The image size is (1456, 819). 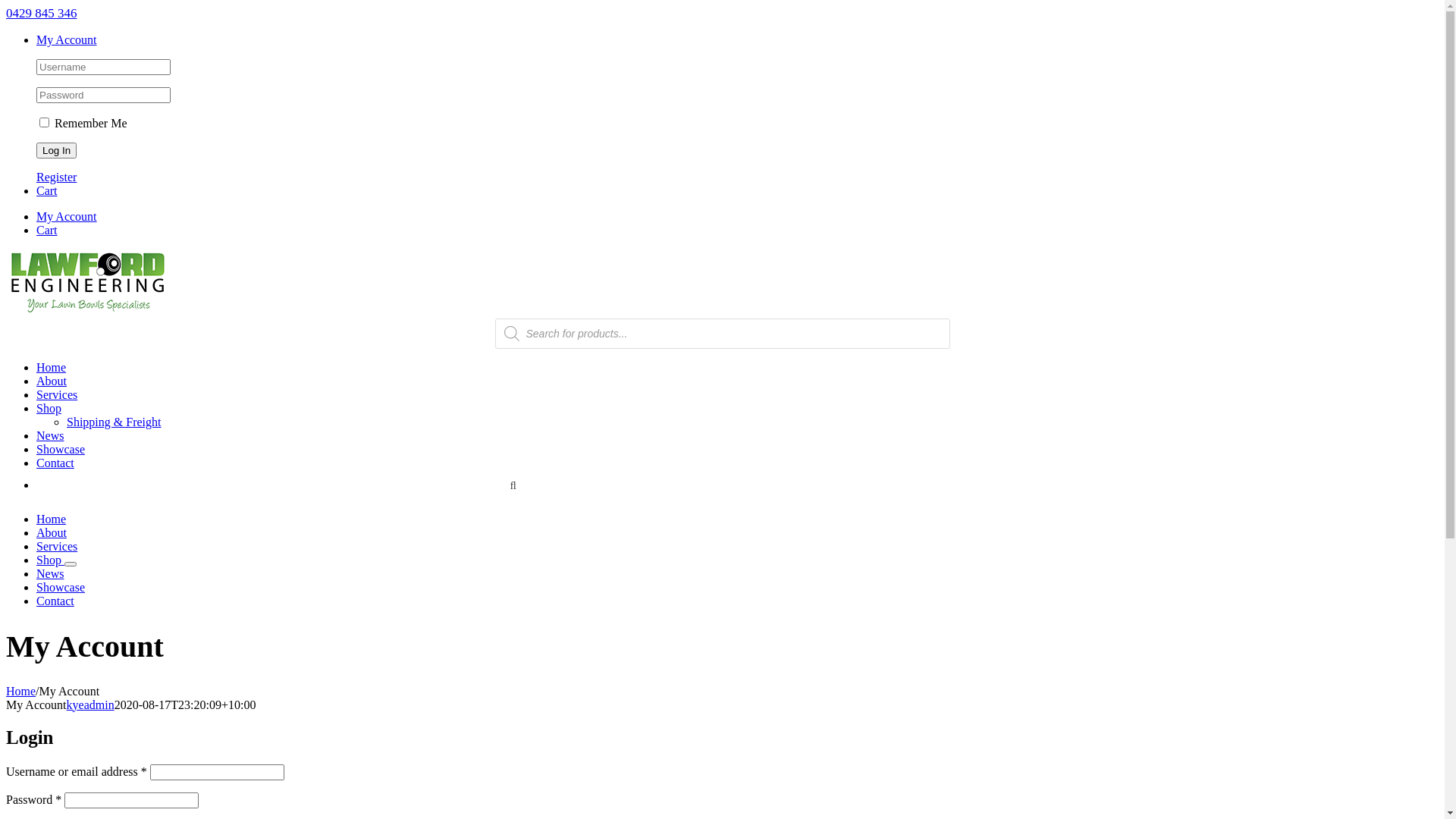 What do you see at coordinates (36, 394) in the screenshot?
I see `'Services'` at bounding box center [36, 394].